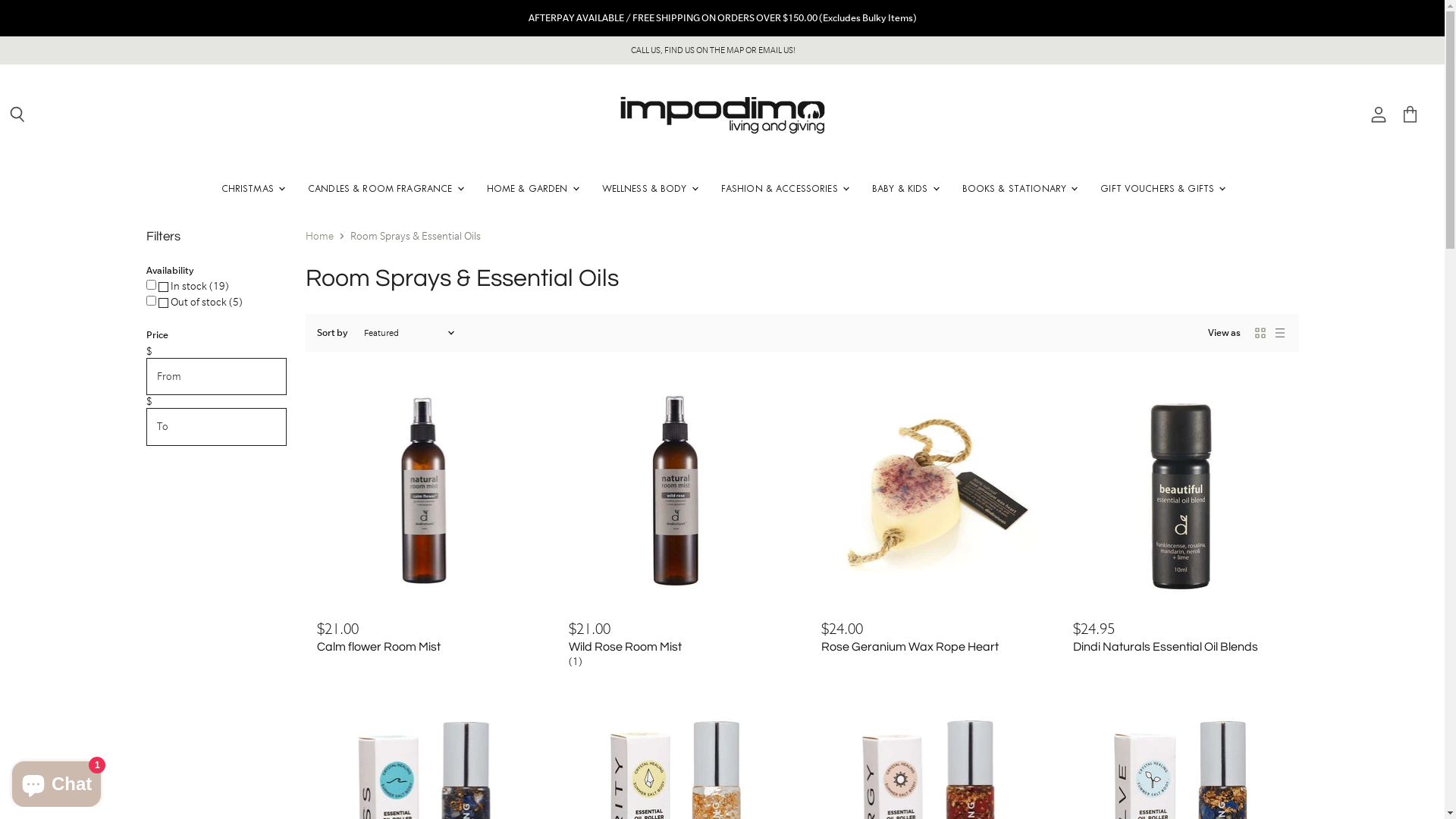 The height and width of the screenshot is (819, 1456). What do you see at coordinates (378, 646) in the screenshot?
I see `'Calm flower Room Mist'` at bounding box center [378, 646].